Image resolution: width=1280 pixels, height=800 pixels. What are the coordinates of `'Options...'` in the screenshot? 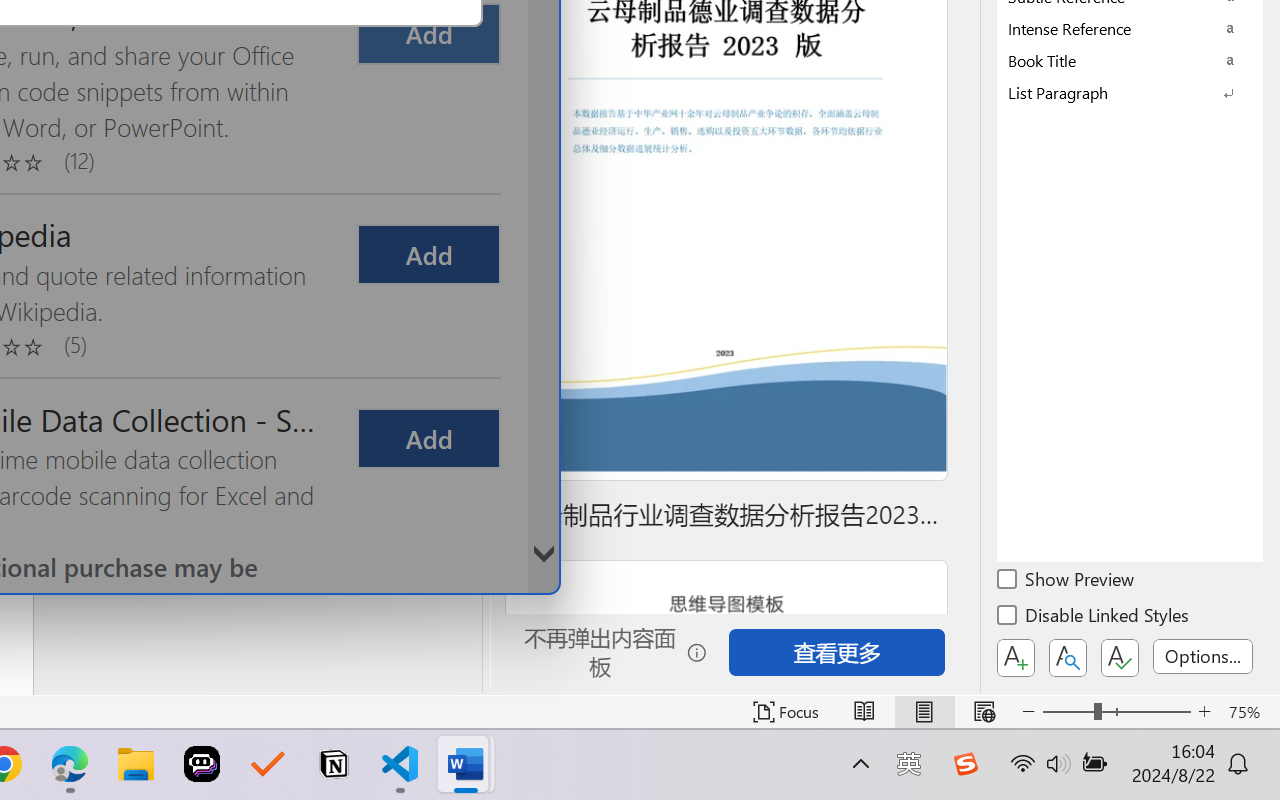 It's located at (1202, 655).